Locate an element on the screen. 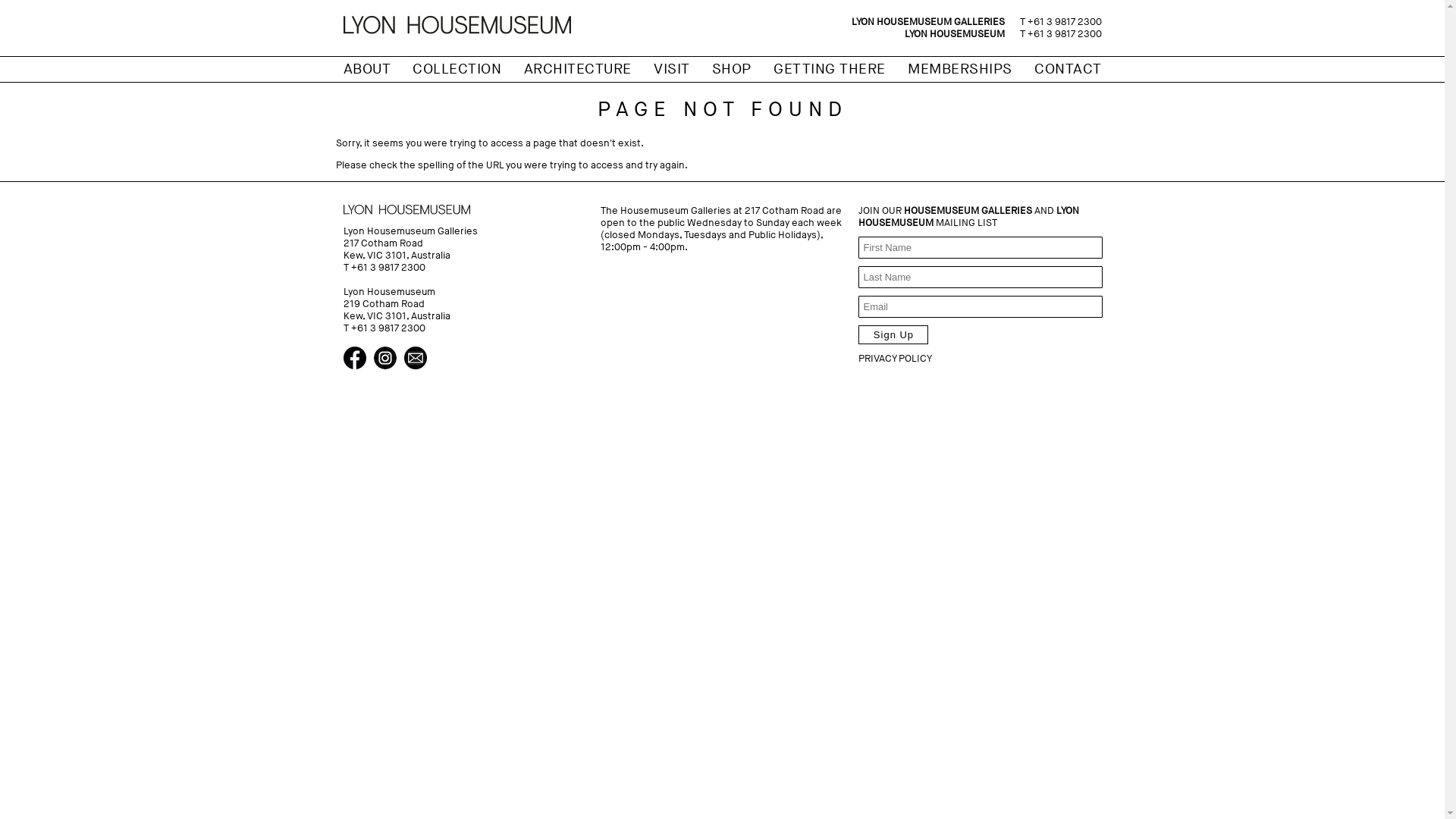 Image resolution: width=1456 pixels, height=819 pixels. 'VISIT' is located at coordinates (671, 69).